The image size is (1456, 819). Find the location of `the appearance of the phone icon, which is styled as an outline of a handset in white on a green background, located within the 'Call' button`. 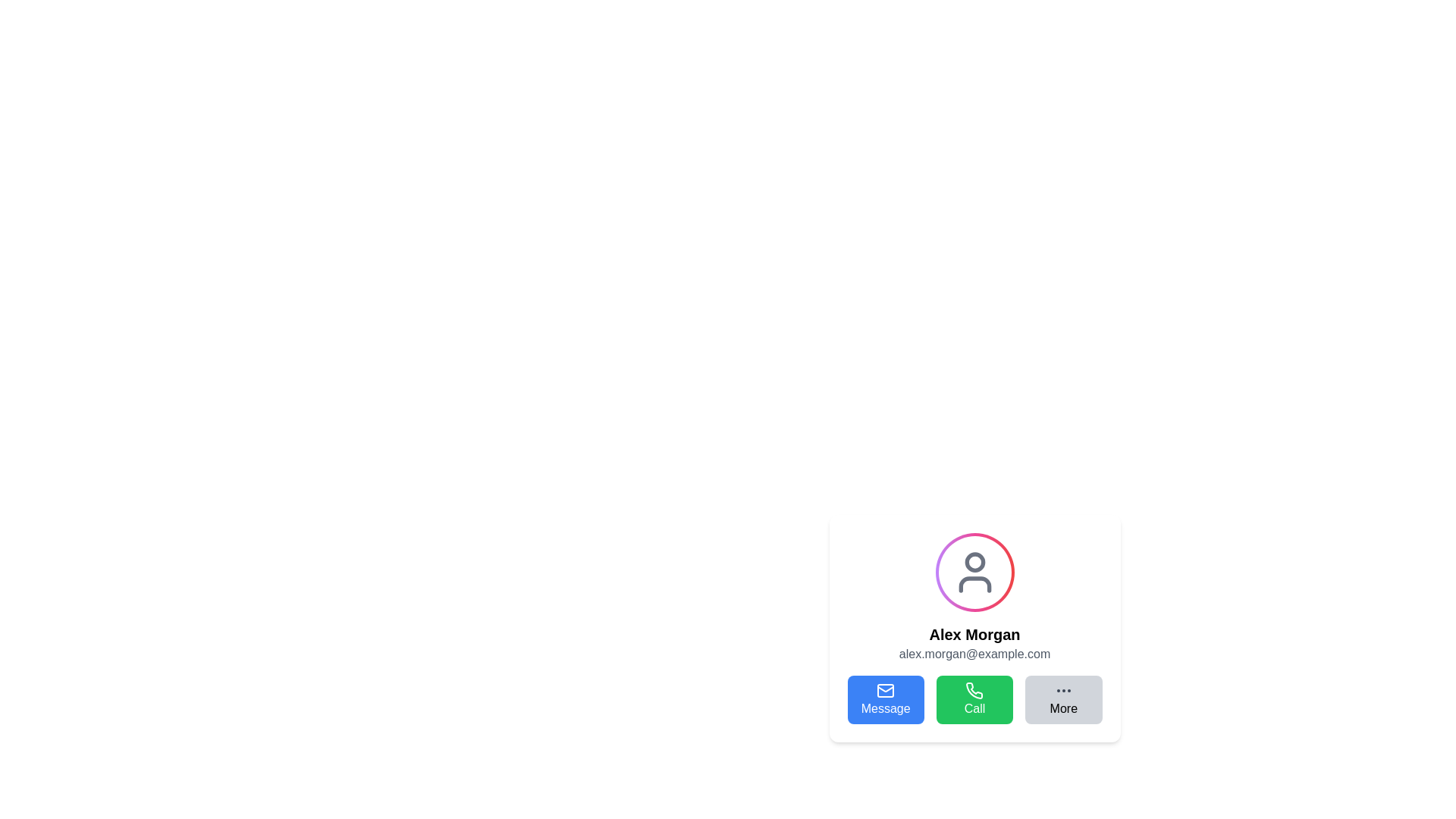

the appearance of the phone icon, which is styled as an outline of a handset in white on a green background, located within the 'Call' button is located at coordinates (974, 690).